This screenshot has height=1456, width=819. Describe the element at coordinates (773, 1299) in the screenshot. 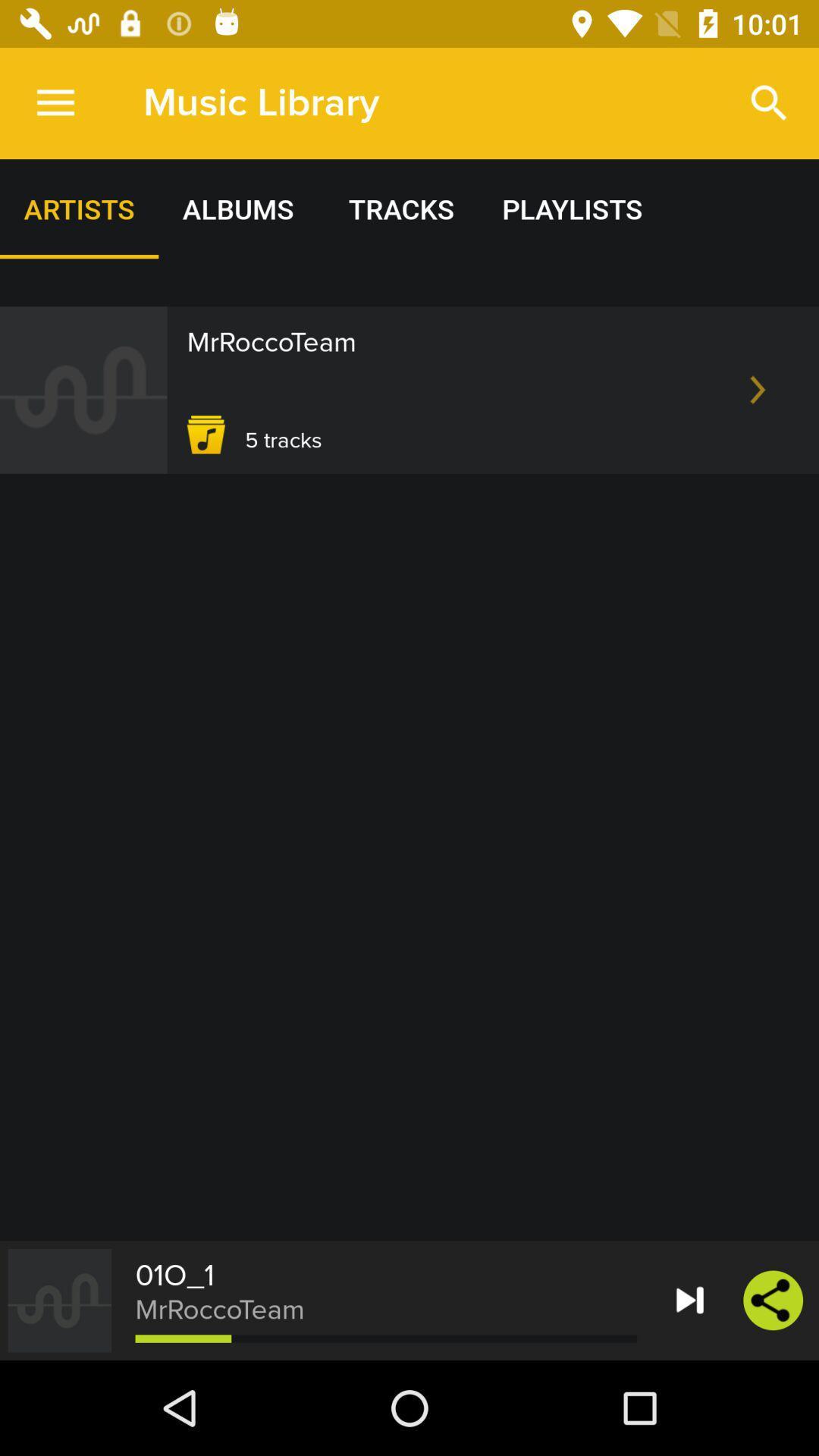

I see `the share icon` at that location.